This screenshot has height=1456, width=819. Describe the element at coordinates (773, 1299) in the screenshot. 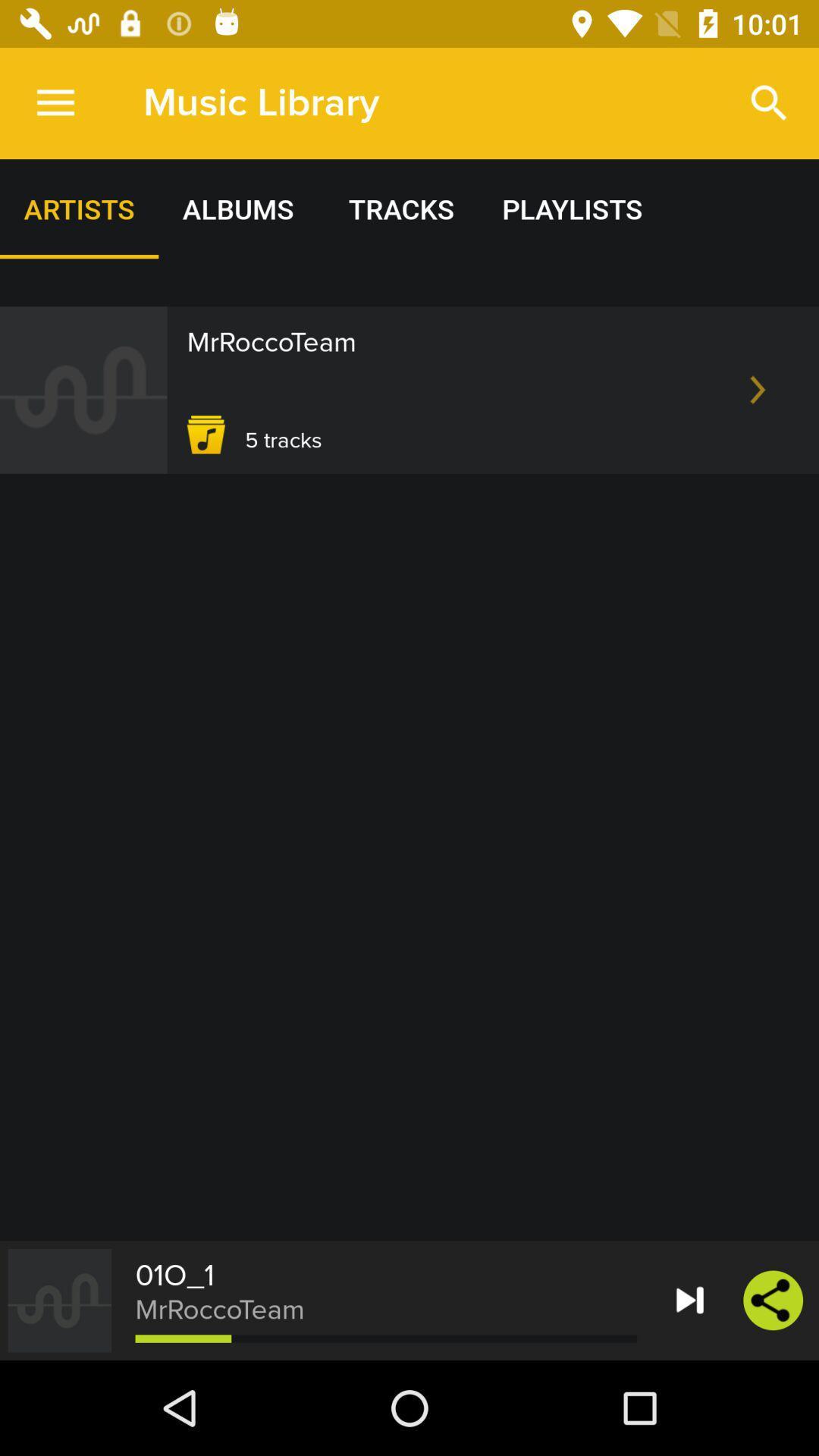

I see `the share icon` at that location.